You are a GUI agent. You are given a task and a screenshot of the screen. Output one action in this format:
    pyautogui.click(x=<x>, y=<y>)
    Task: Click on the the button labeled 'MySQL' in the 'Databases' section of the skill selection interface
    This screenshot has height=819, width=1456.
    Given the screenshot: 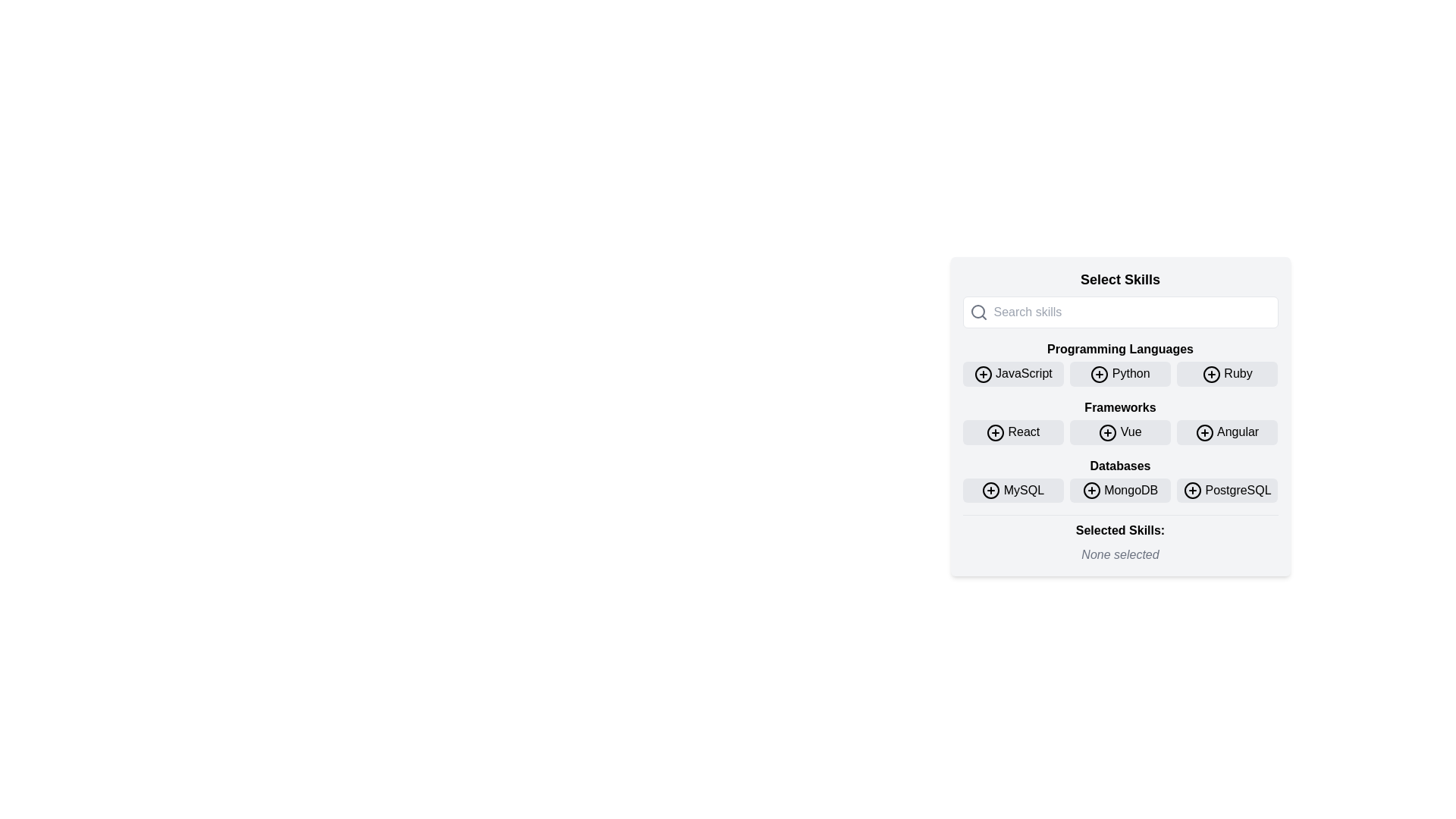 What is the action you would take?
    pyautogui.click(x=991, y=491)
    